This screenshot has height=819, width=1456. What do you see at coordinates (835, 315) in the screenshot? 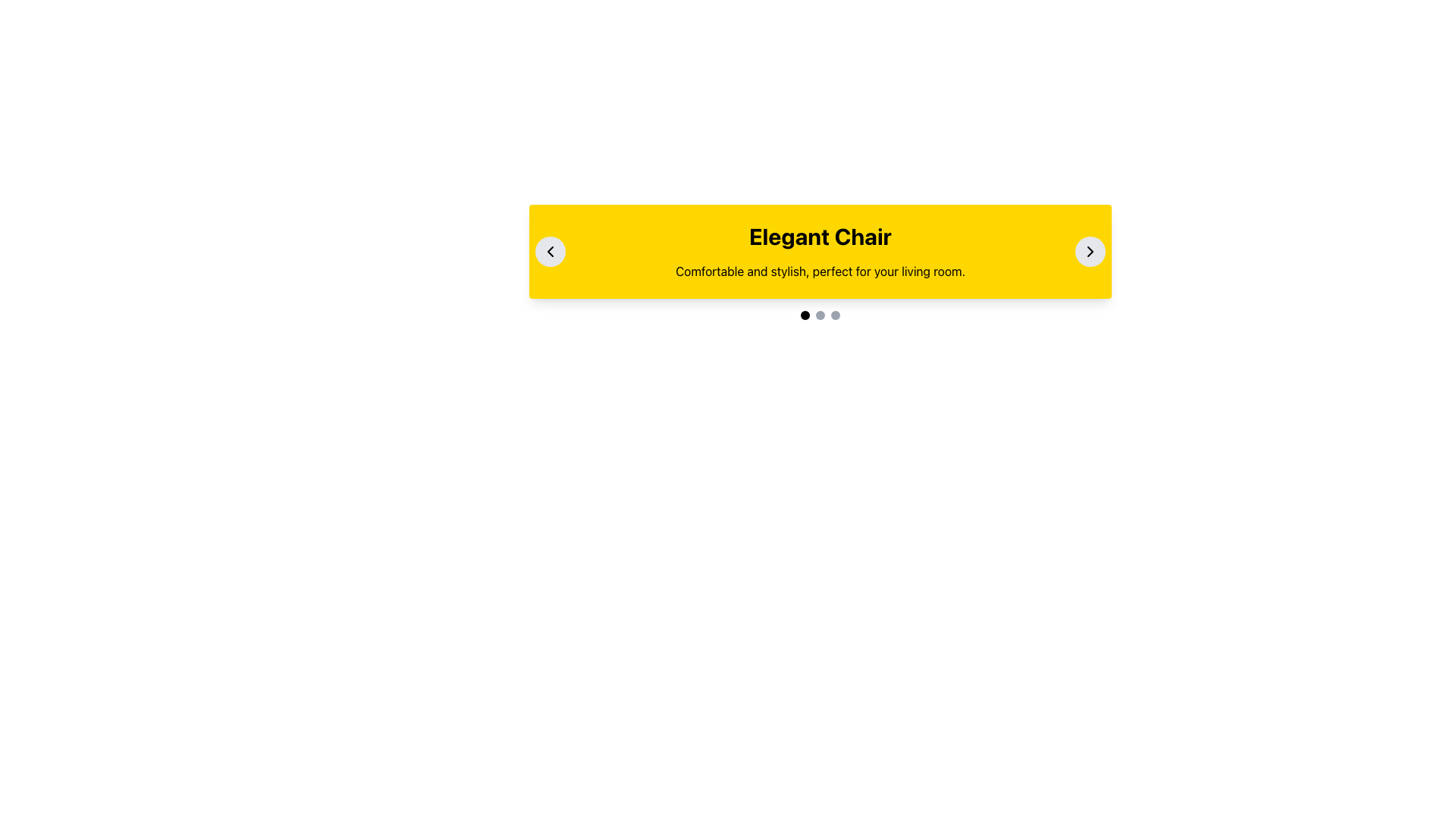
I see `the third small circular button or step indicator that is gray and represents a step in a progression below the 'Elegant Chair' banner` at bounding box center [835, 315].